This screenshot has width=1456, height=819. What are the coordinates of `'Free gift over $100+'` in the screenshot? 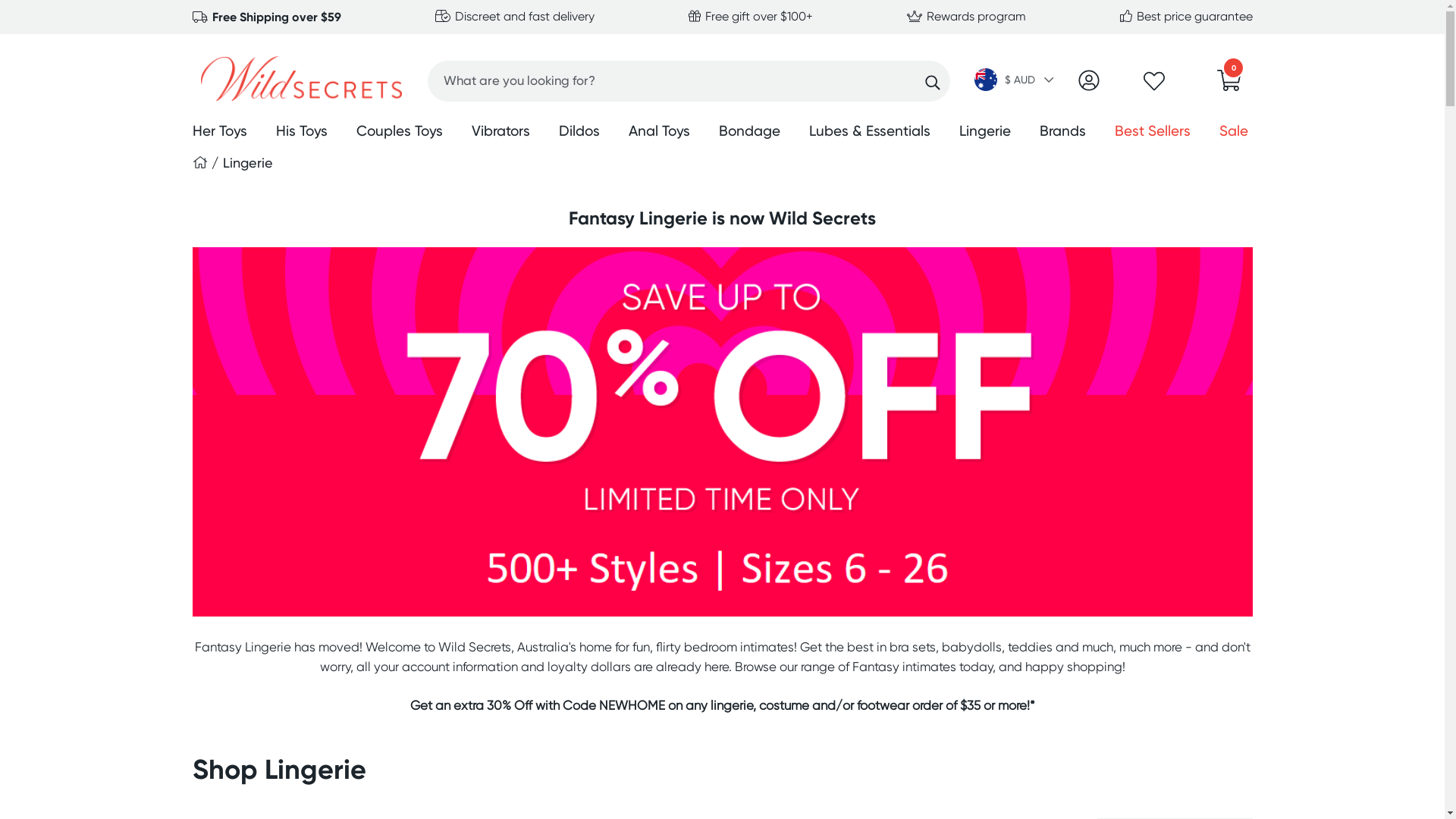 It's located at (687, 16).